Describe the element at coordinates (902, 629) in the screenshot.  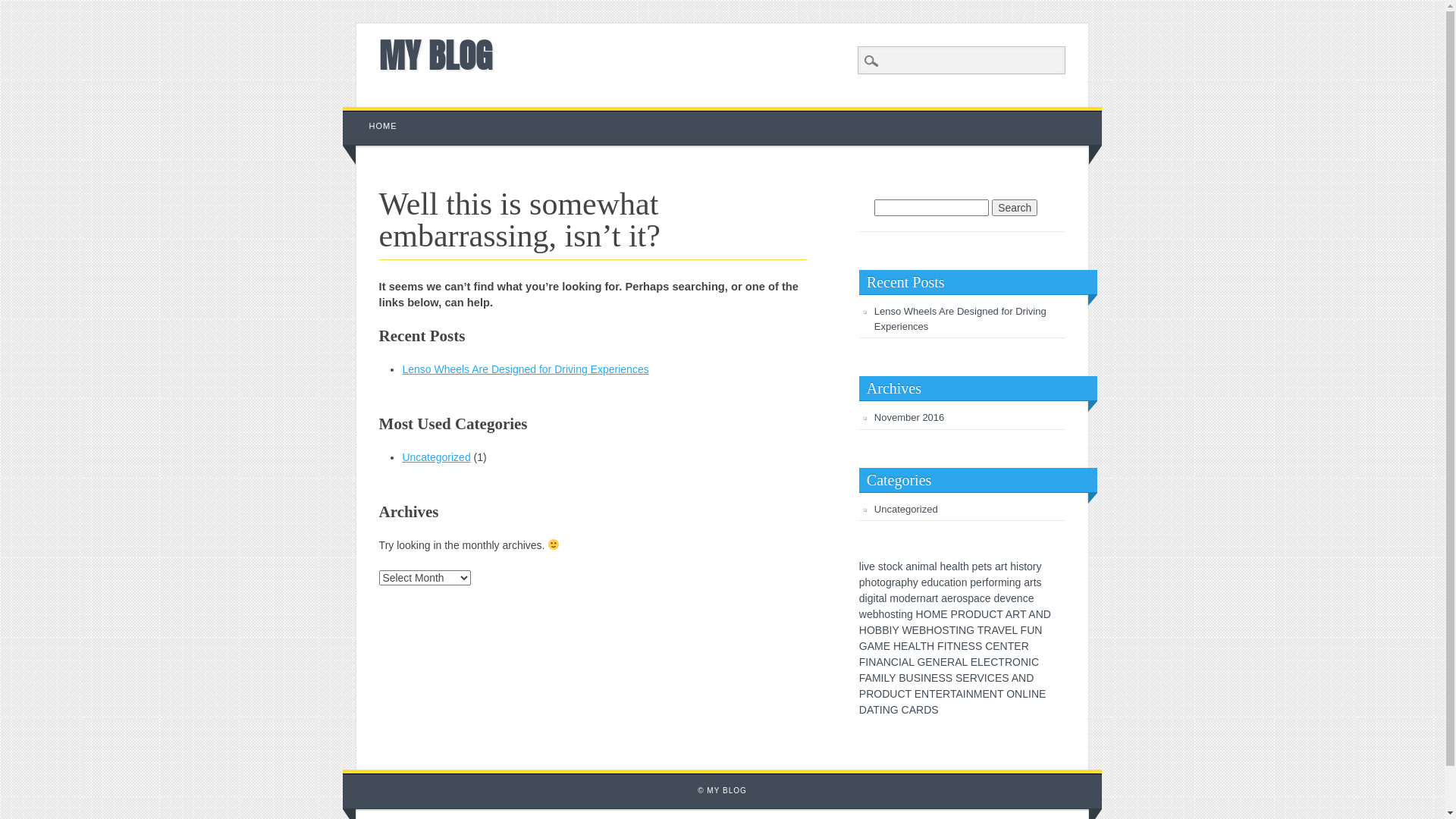
I see `'W'` at that location.